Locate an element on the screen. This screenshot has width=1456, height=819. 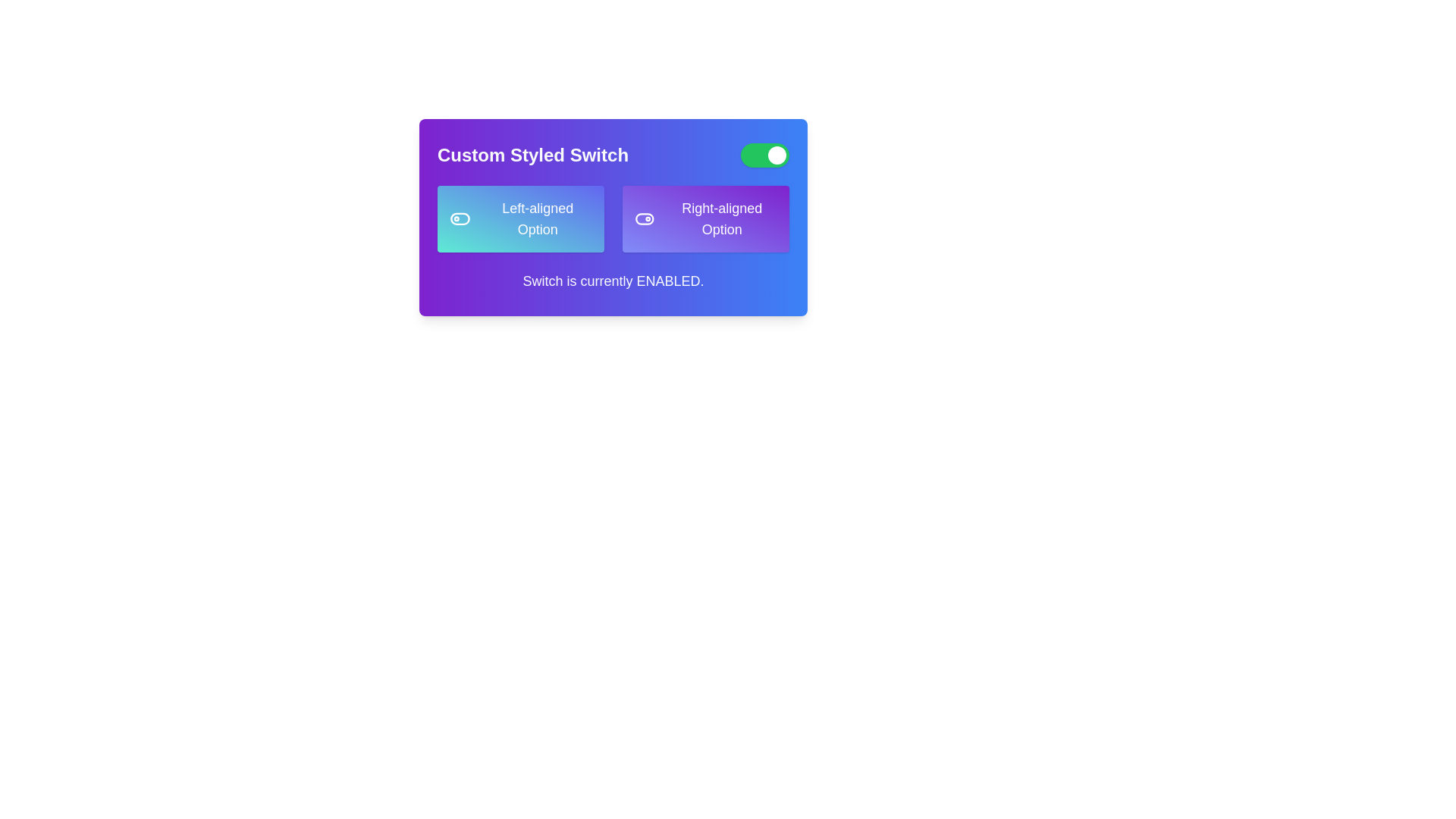
the toggle switch located to the right of the text 'Custom Styled Switch' to change its state from ON to OFF is located at coordinates (764, 155).